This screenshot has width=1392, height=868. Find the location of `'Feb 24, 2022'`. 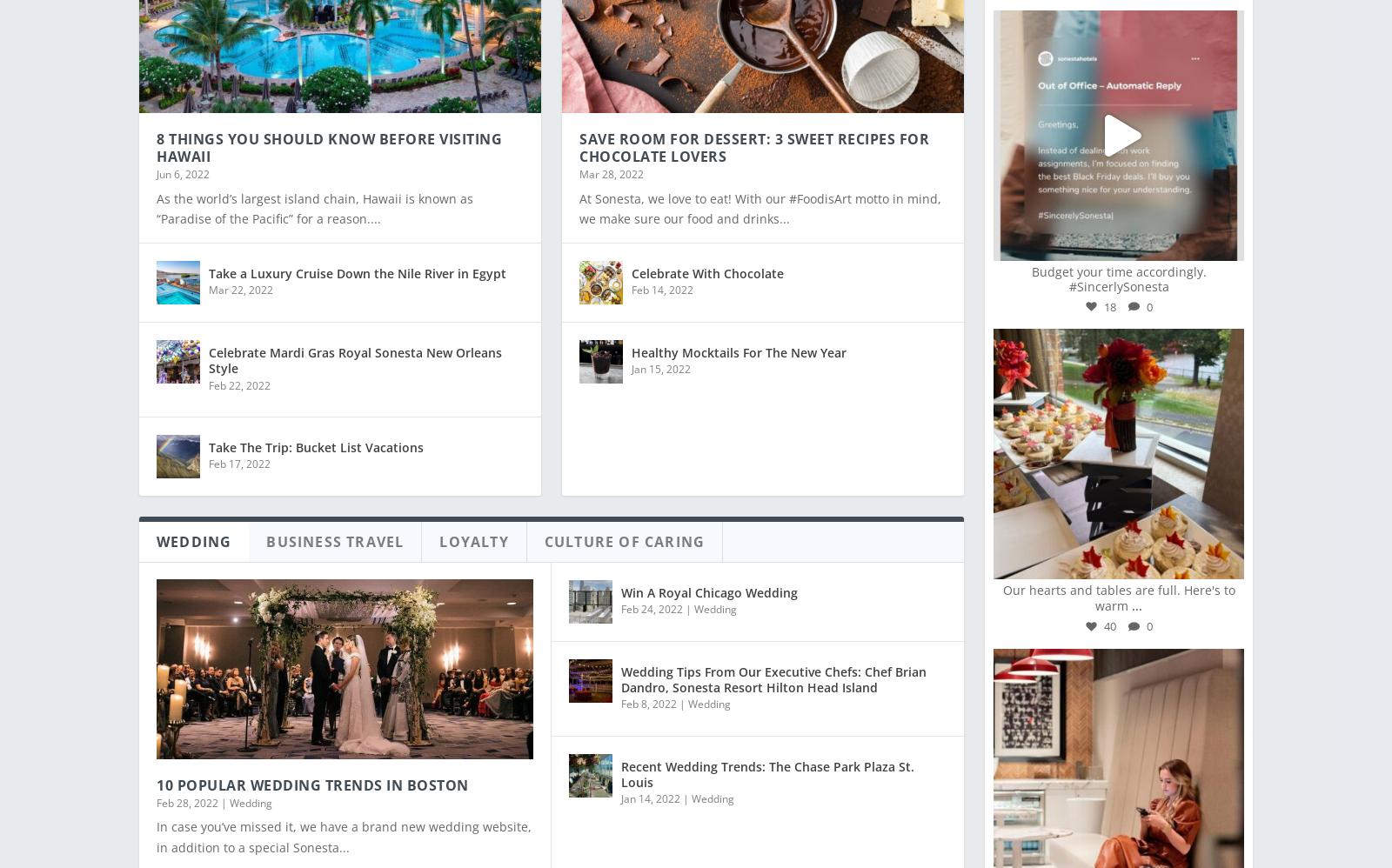

'Feb 24, 2022' is located at coordinates (652, 596).